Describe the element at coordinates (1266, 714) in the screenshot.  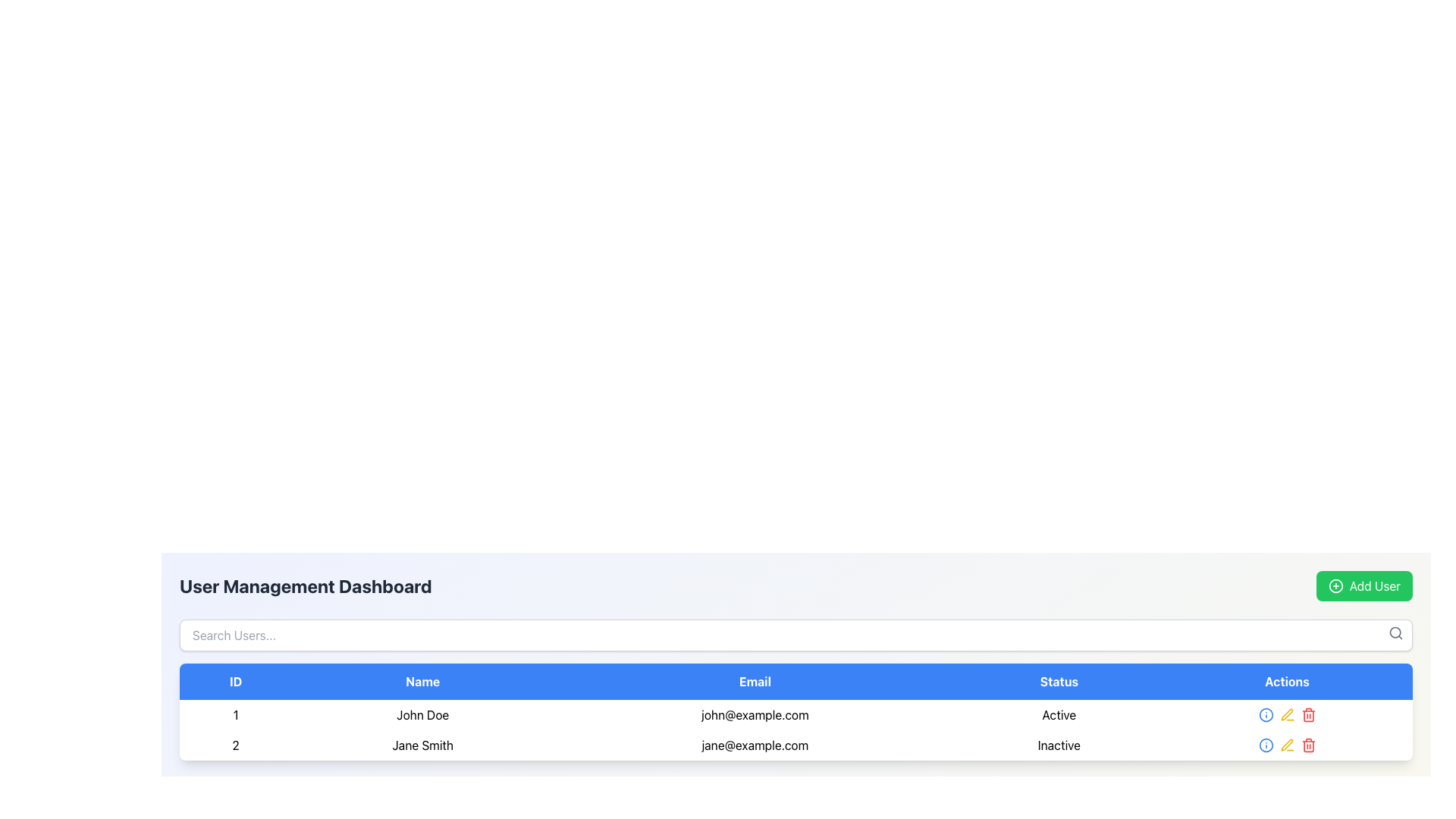
I see `the blue circular info icon located in the 'Actions' column of the second row in the user management dashboard` at that location.